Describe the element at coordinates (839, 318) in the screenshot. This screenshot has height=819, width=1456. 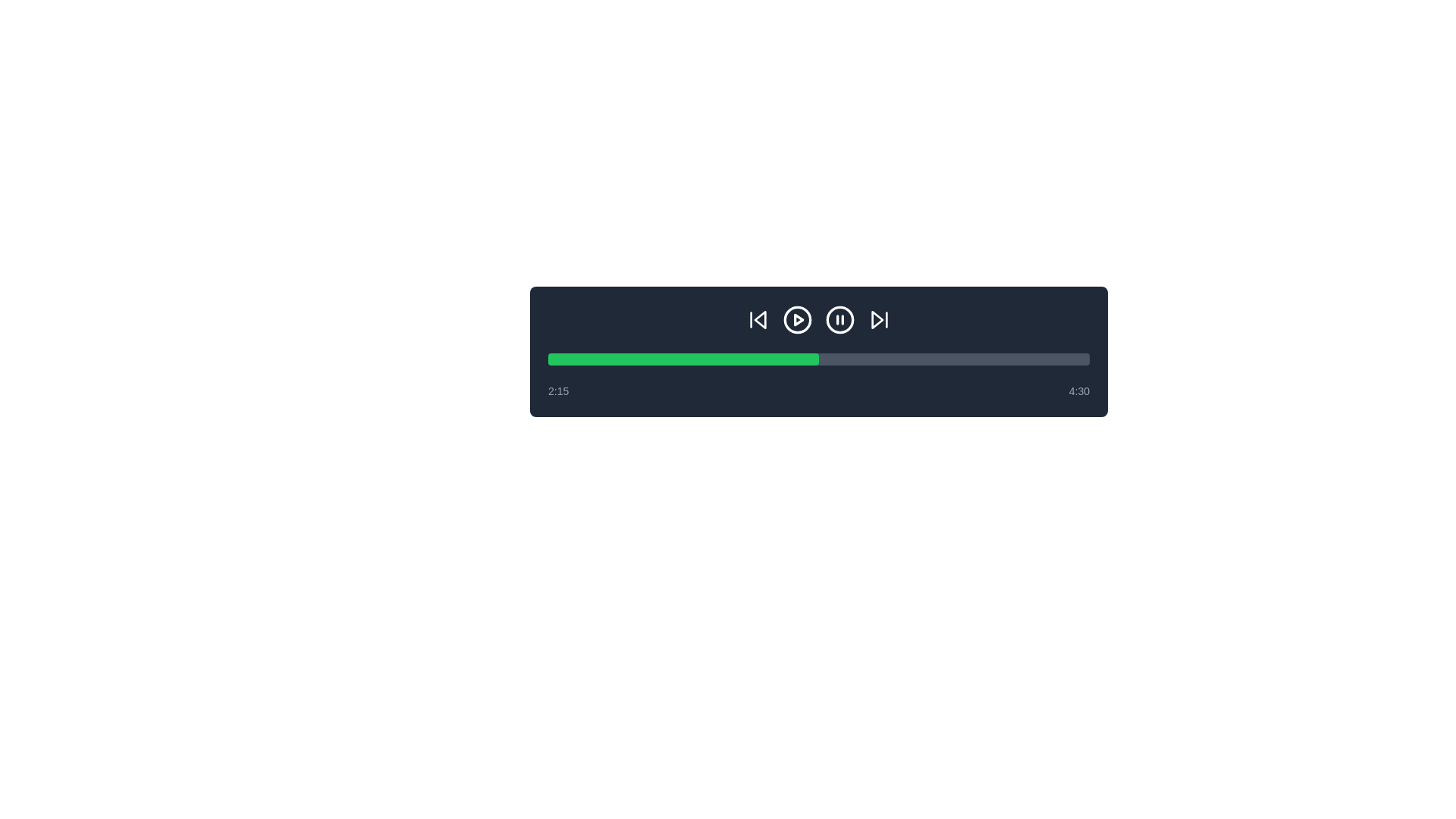
I see `the pause button which is visually emphasized by the circular graphic component forming part of the icon, located at the center of the enclosing circle` at that location.